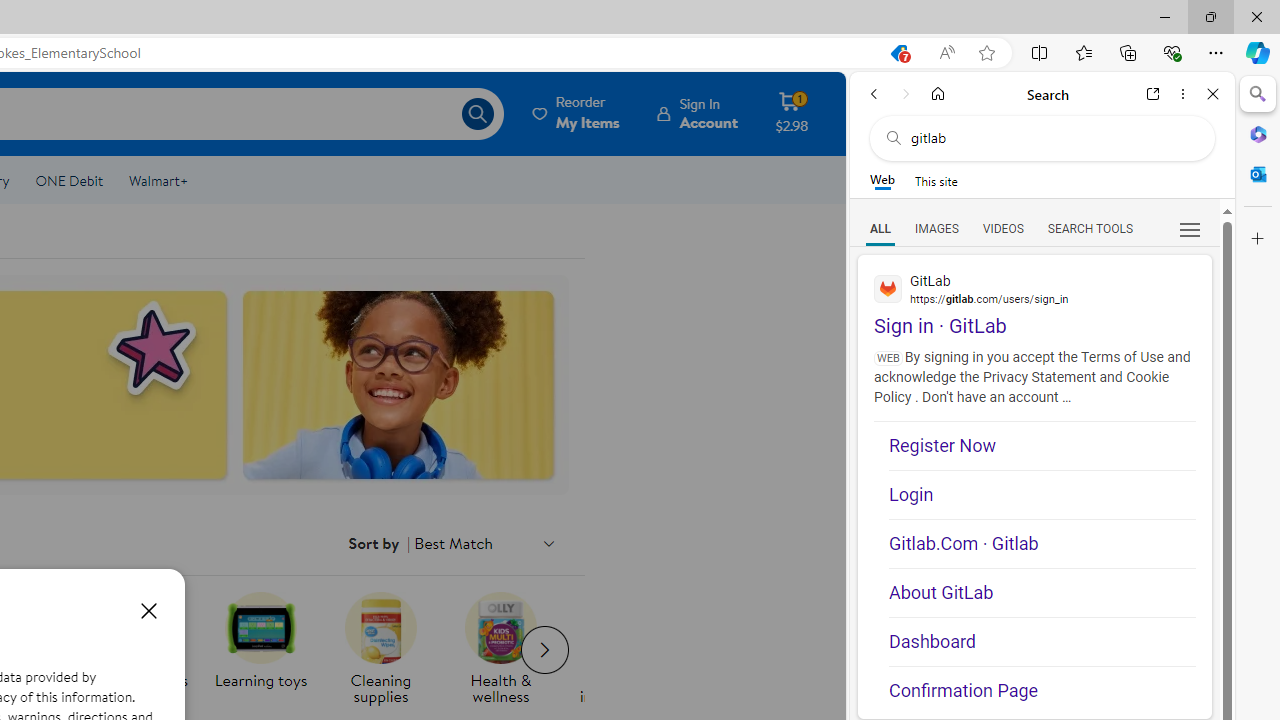 This screenshot has width=1280, height=720. I want to click on 'Close Search pane', so click(1257, 94).